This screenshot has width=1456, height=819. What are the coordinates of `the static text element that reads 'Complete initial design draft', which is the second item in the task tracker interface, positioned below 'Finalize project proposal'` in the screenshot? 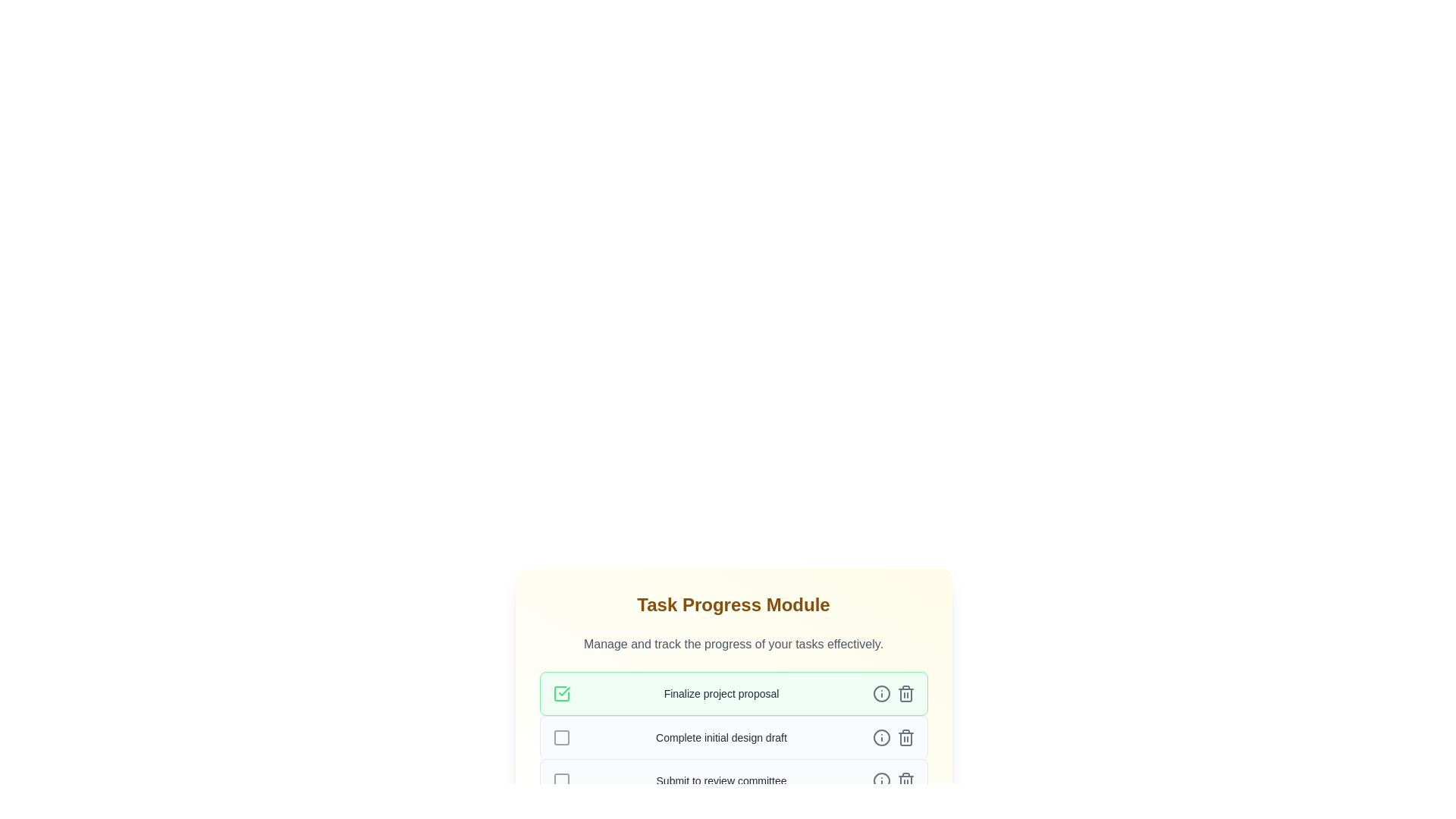 It's located at (720, 736).